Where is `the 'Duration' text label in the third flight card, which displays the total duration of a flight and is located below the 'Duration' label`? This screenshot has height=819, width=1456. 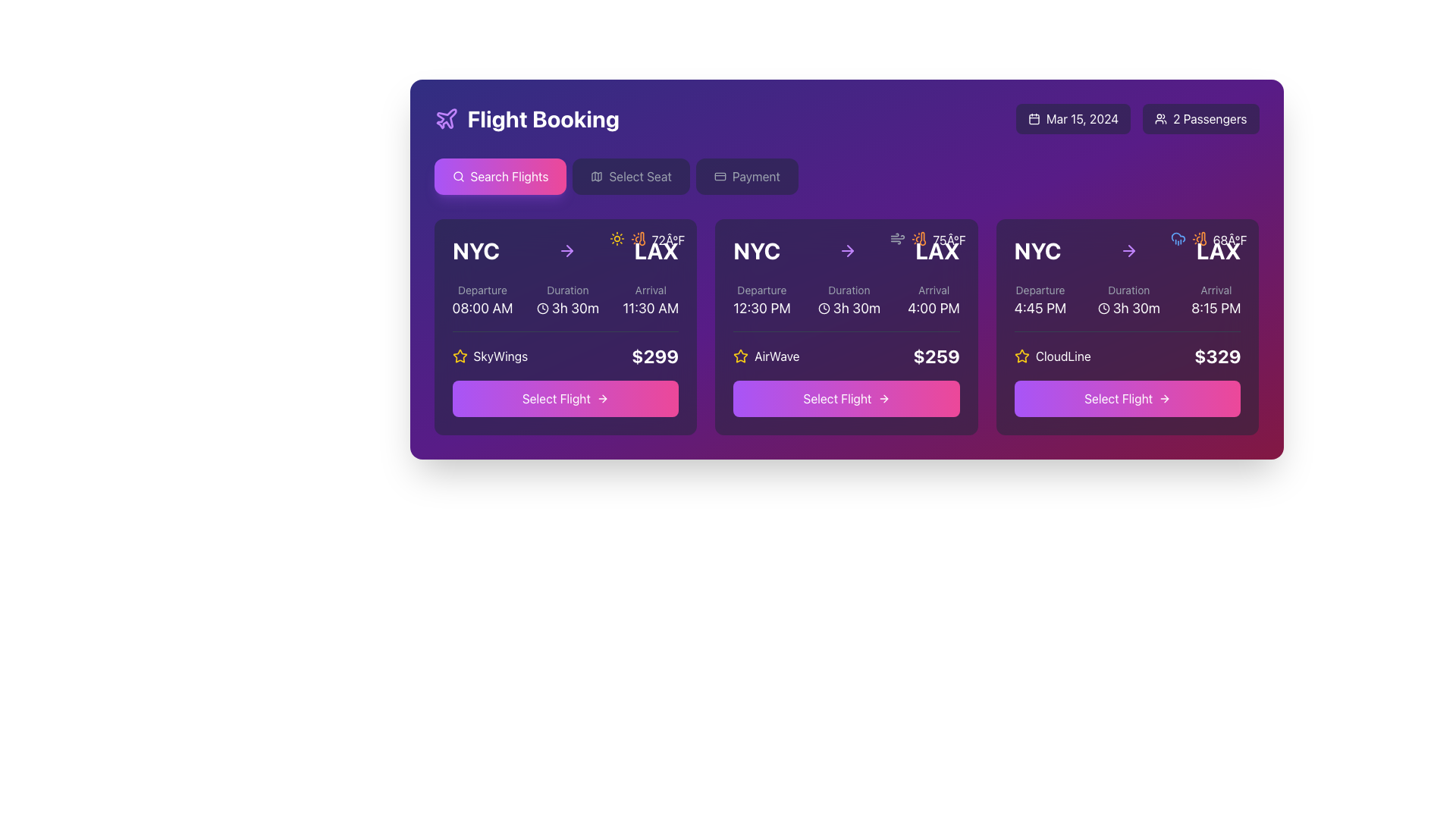
the 'Duration' text label in the third flight card, which displays the total duration of a flight and is located below the 'Duration' label is located at coordinates (1128, 308).